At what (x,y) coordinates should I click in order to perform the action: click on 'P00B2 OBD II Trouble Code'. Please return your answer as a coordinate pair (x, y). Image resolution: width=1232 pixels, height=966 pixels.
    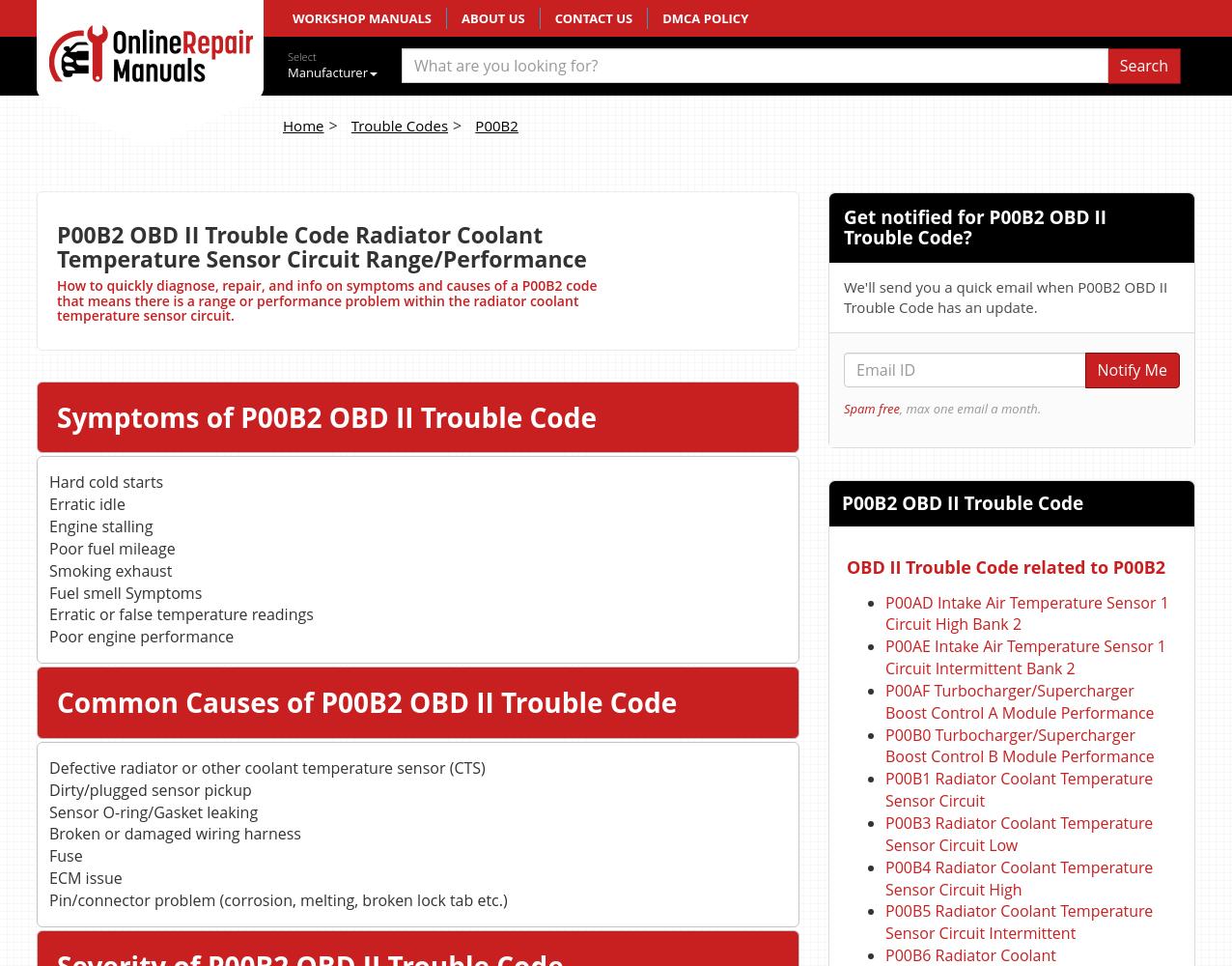
    Looking at the image, I should click on (962, 502).